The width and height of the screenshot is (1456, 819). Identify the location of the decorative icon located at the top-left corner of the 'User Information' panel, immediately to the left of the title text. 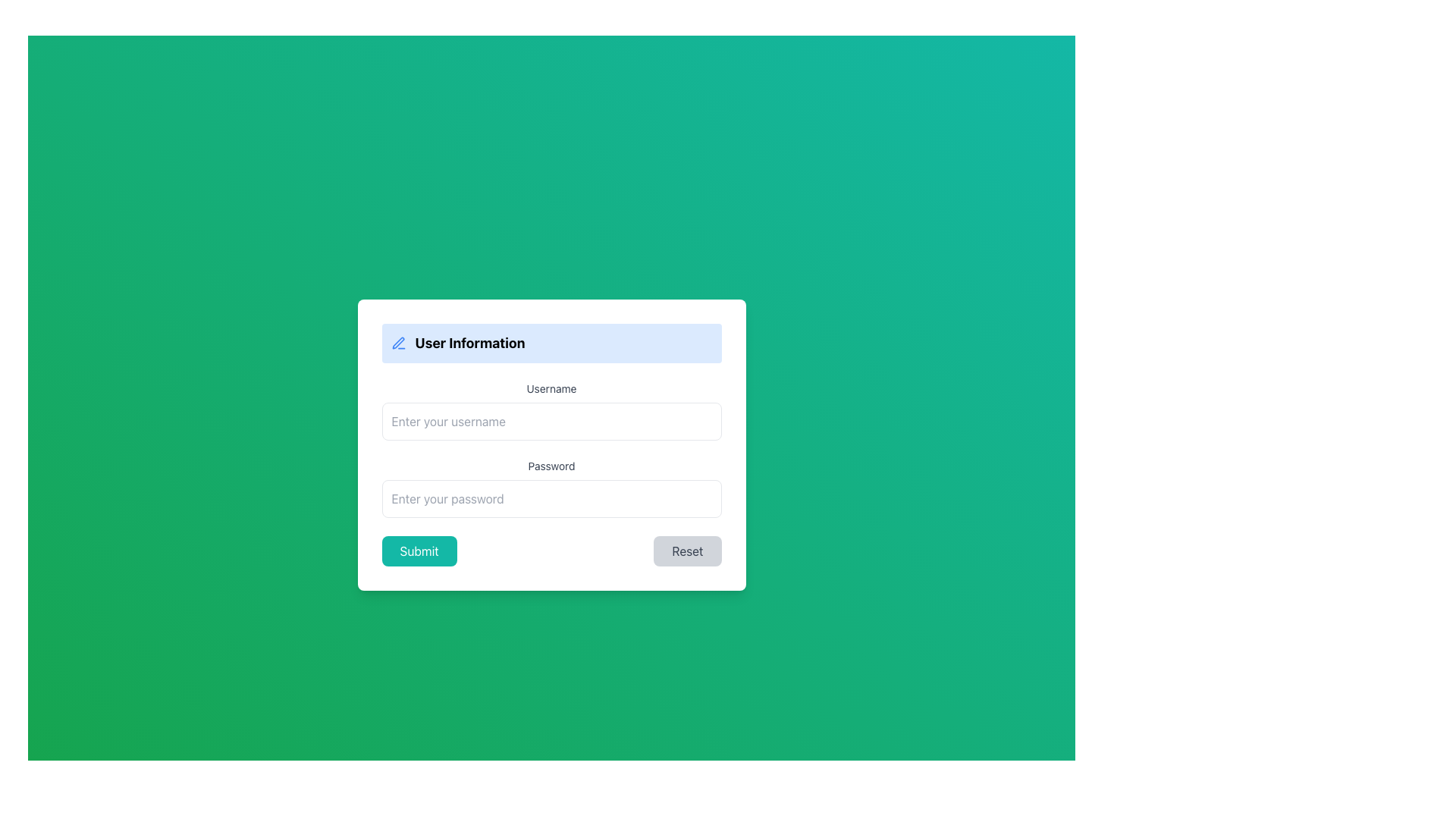
(398, 343).